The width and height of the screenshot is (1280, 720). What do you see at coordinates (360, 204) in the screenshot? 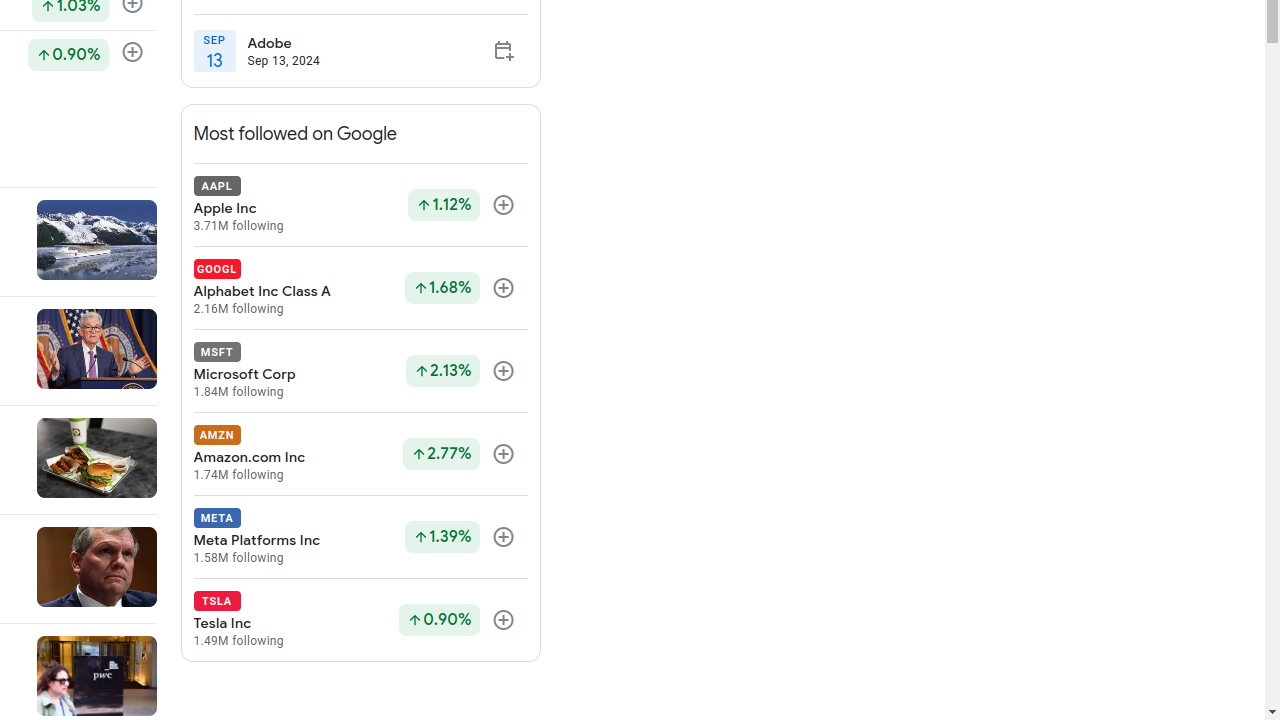
I see `'AAPL Apple Inc 3.71M following Up by 1.12% Follow'` at bounding box center [360, 204].